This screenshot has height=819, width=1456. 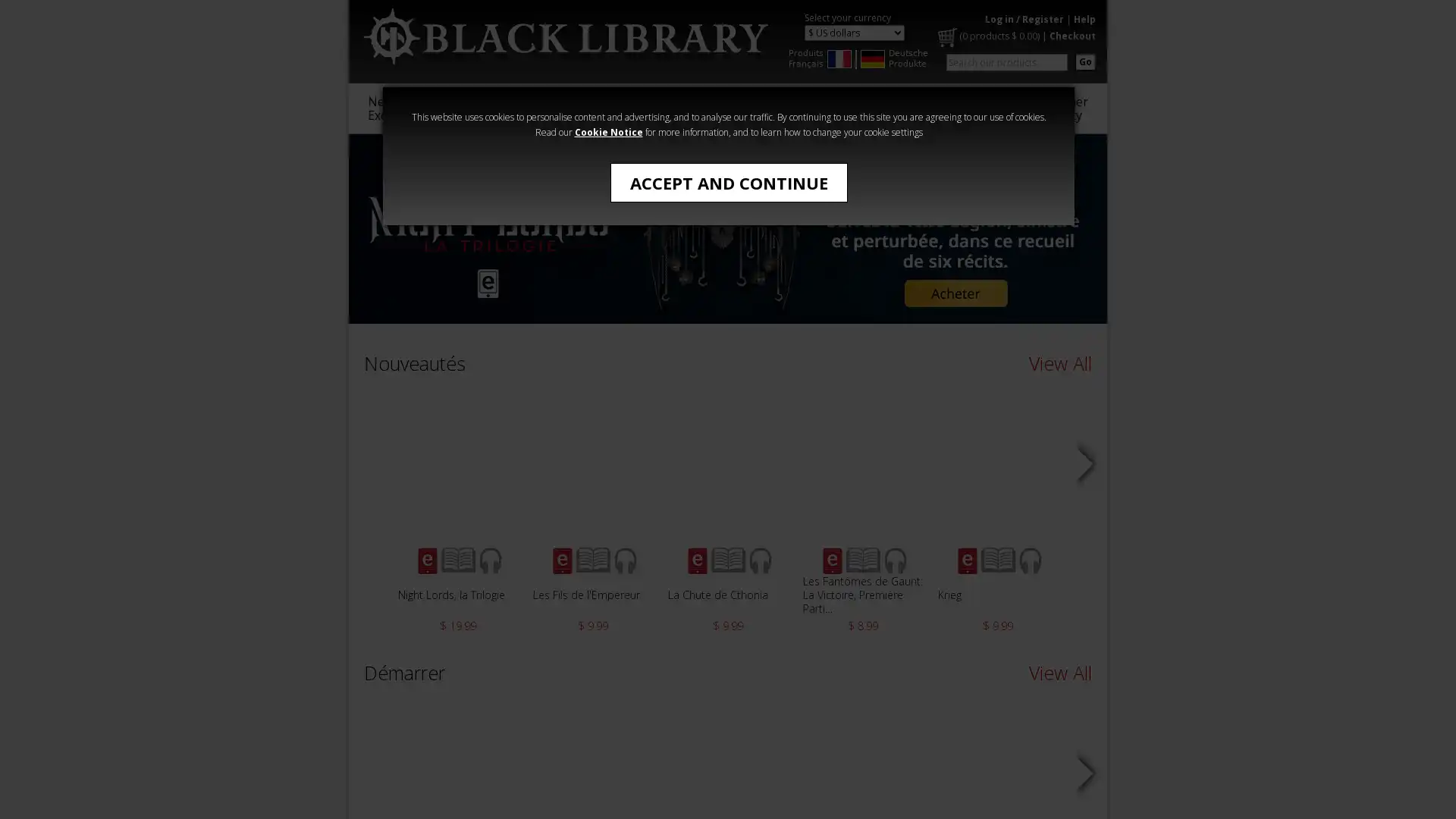 I want to click on Go, so click(x=1084, y=61).